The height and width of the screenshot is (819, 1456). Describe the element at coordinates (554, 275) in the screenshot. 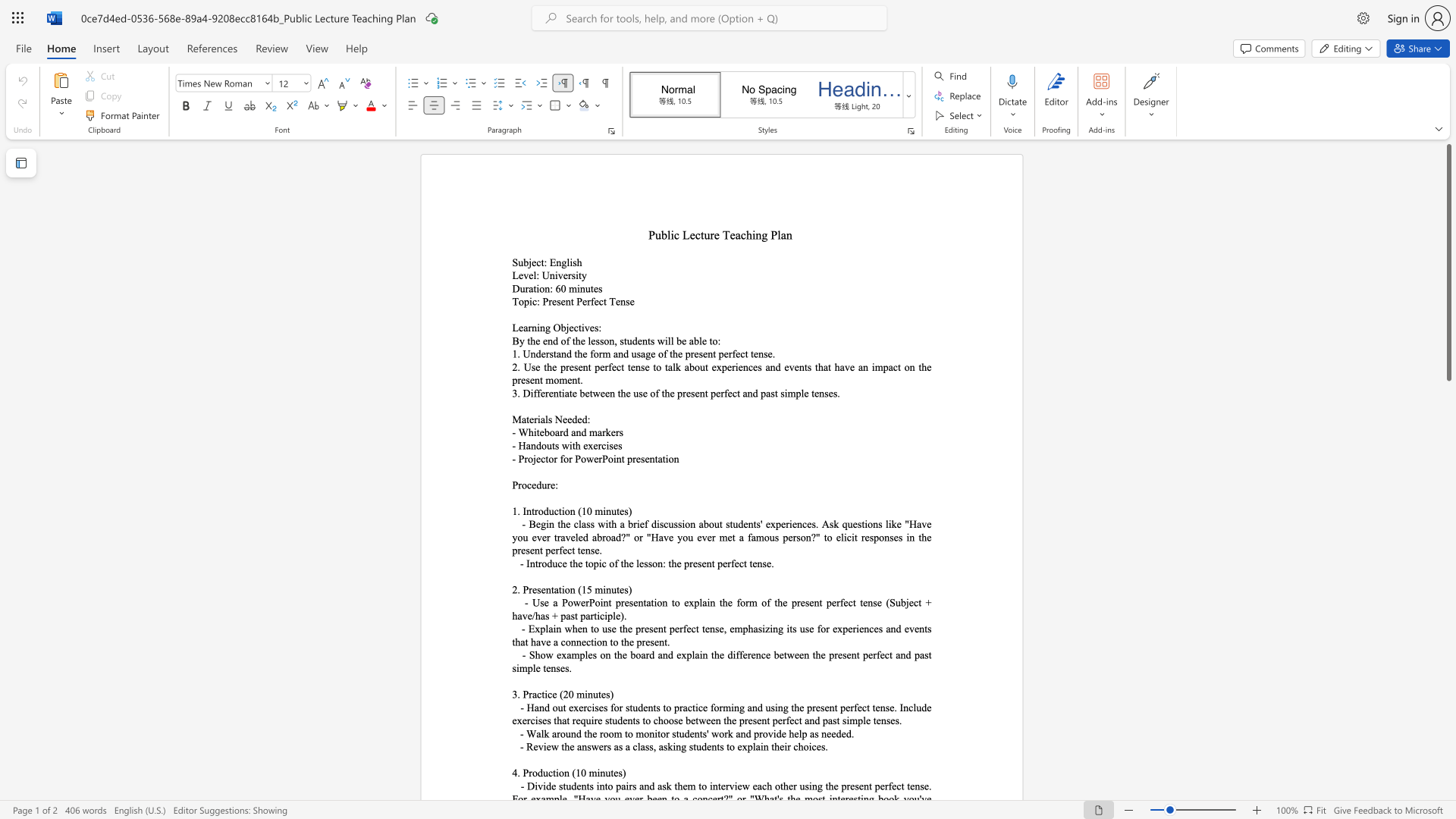

I see `the subset text "iver" within the text "Level: University"` at that location.